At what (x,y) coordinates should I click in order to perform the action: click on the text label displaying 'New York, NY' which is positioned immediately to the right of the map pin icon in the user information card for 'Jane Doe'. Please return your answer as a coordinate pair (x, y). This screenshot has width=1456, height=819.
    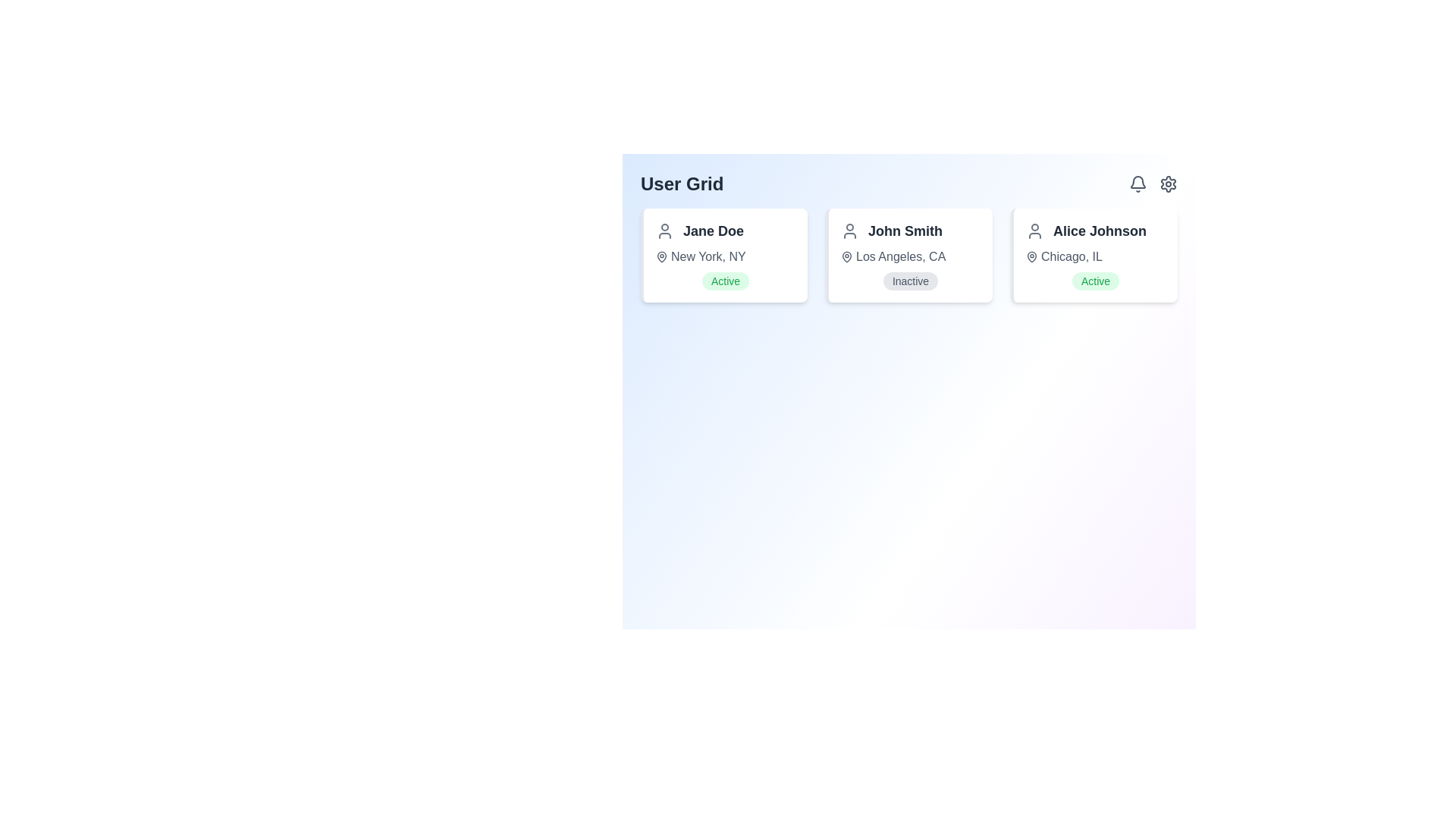
    Looking at the image, I should click on (708, 256).